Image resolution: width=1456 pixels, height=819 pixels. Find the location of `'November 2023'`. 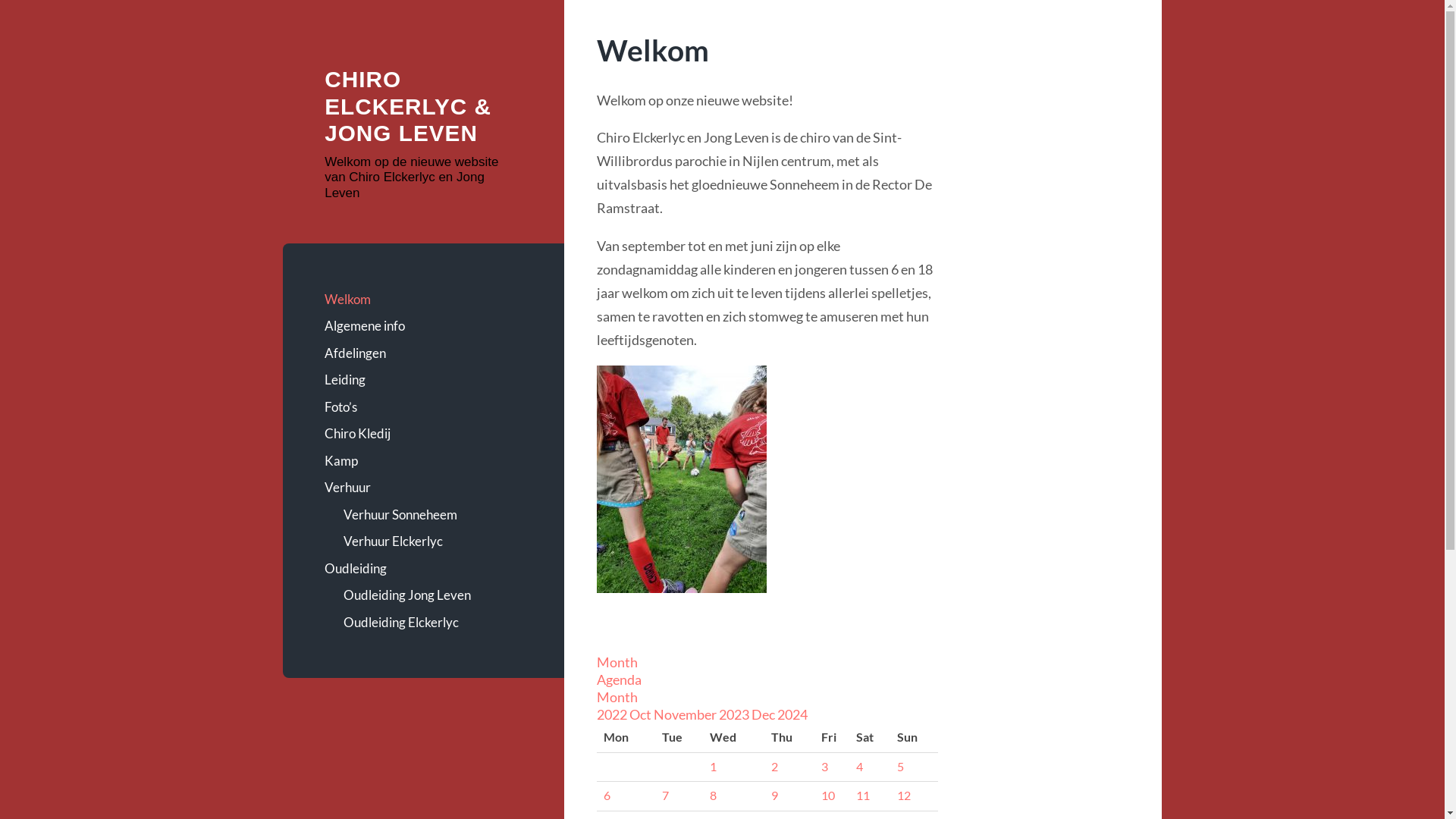

'November 2023' is located at coordinates (701, 714).